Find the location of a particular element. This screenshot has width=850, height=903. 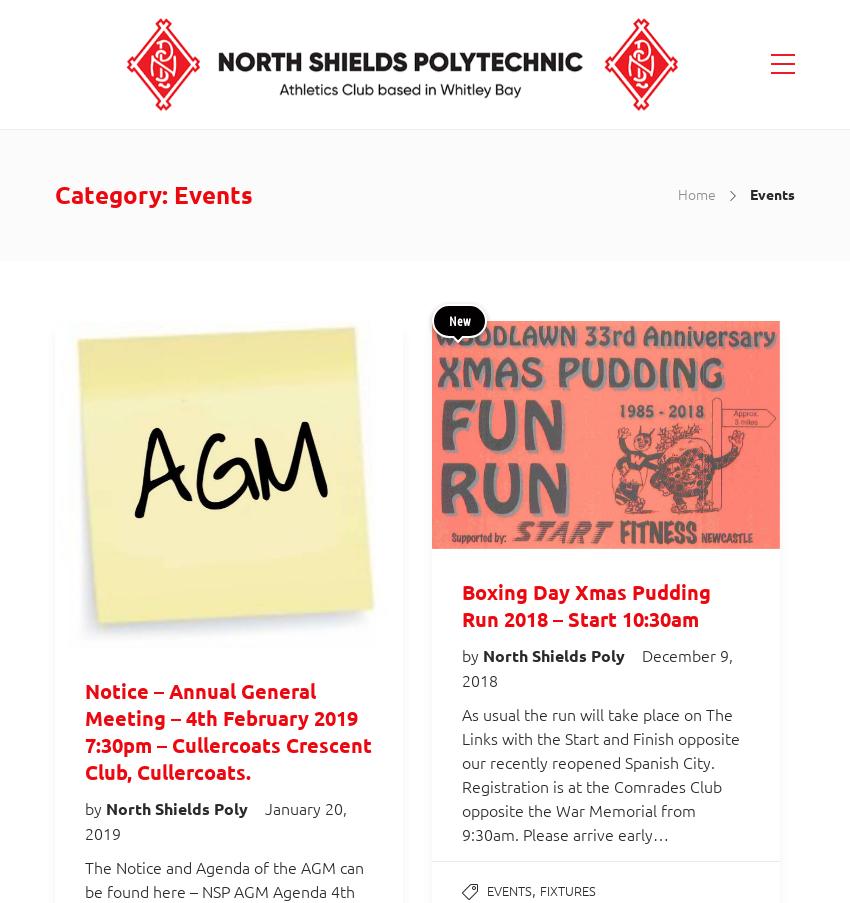

'Boxing Day Xmas Pudding Run 2018 – Start 10:30am' is located at coordinates (586, 605).